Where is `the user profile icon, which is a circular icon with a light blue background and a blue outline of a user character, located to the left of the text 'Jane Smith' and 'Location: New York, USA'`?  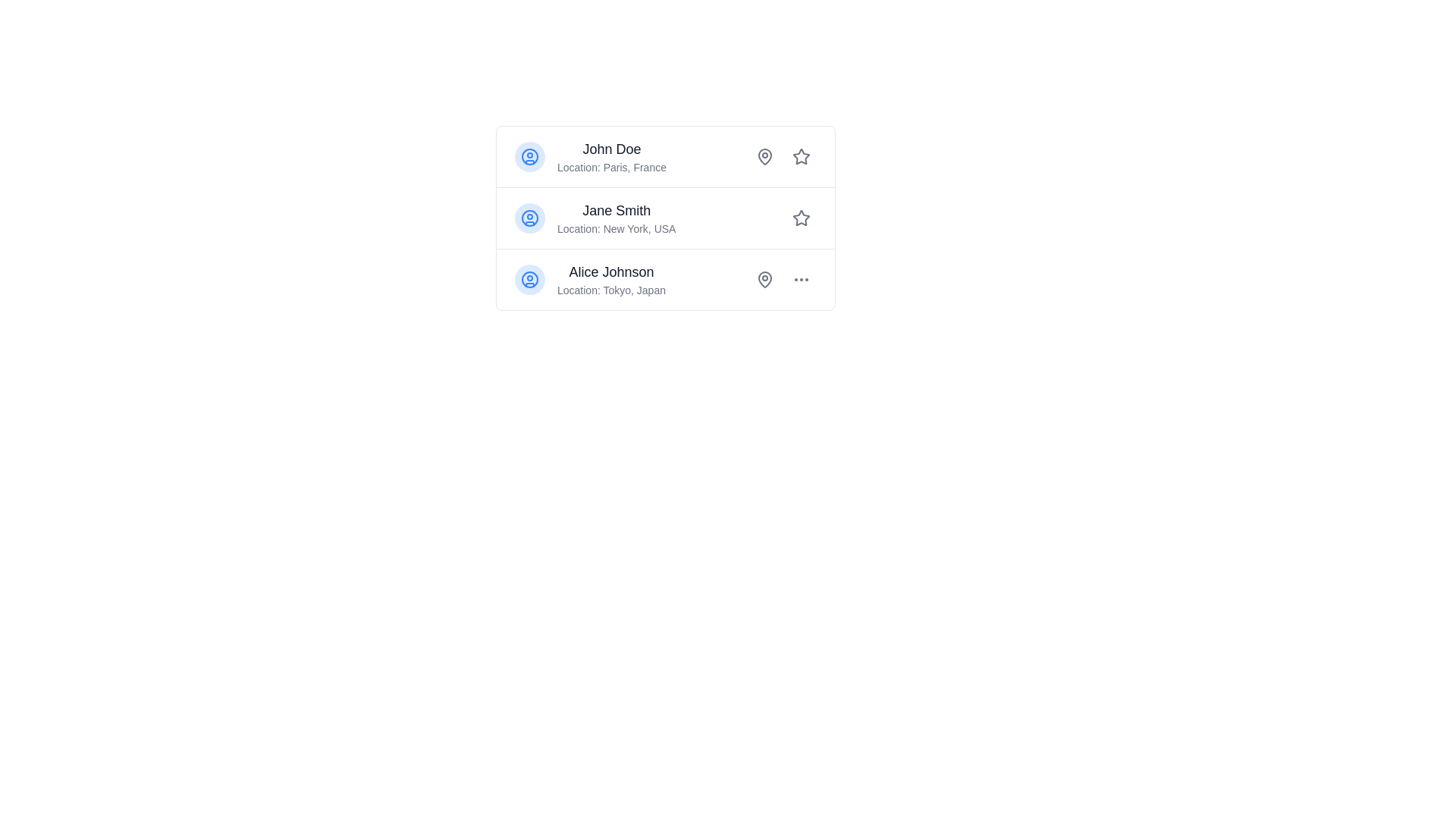 the user profile icon, which is a circular icon with a light blue background and a blue outline of a user character, located to the left of the text 'Jane Smith' and 'Location: New York, USA' is located at coordinates (530, 218).